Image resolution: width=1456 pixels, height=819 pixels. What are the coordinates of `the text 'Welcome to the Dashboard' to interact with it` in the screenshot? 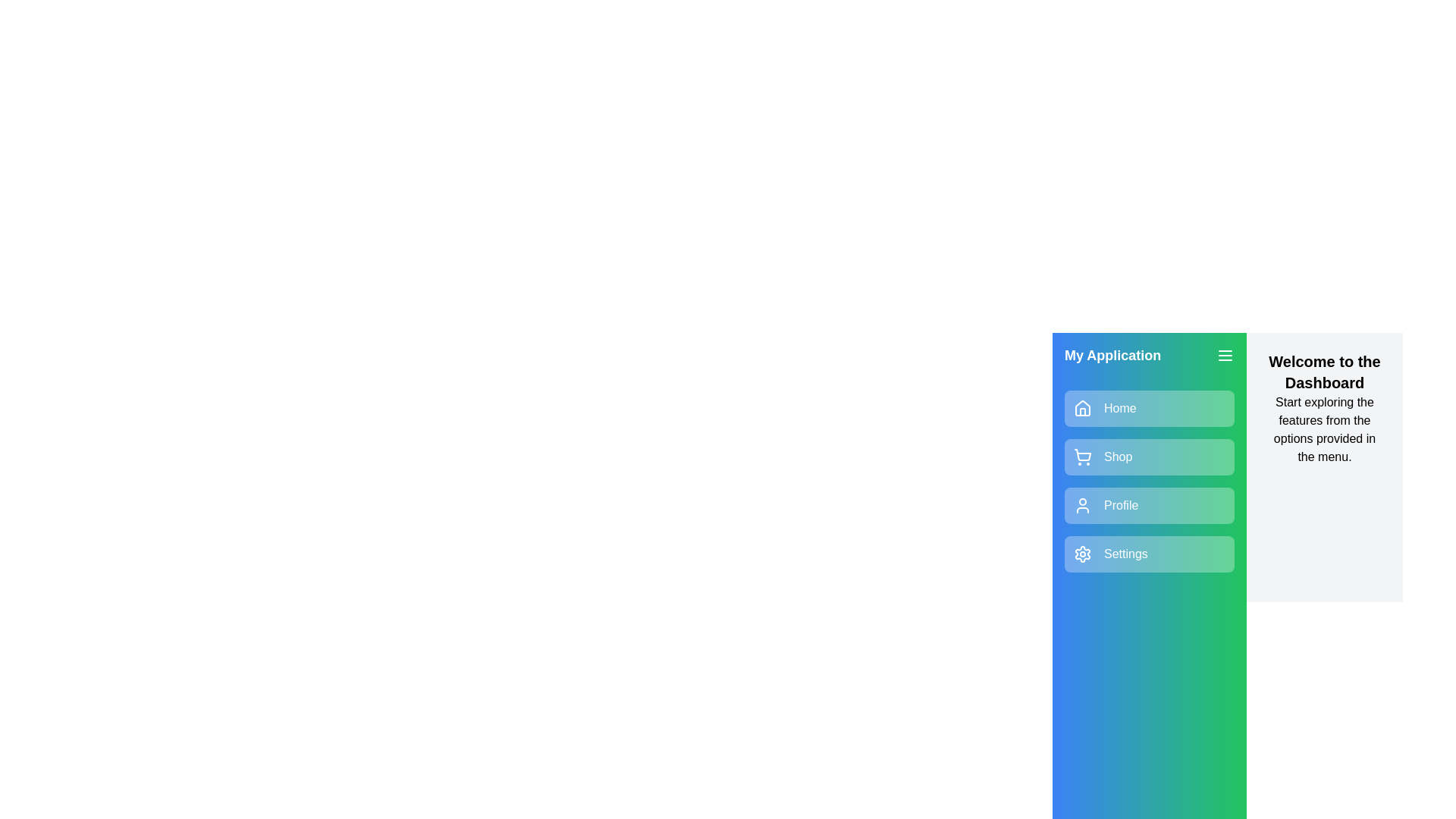 It's located at (1324, 372).